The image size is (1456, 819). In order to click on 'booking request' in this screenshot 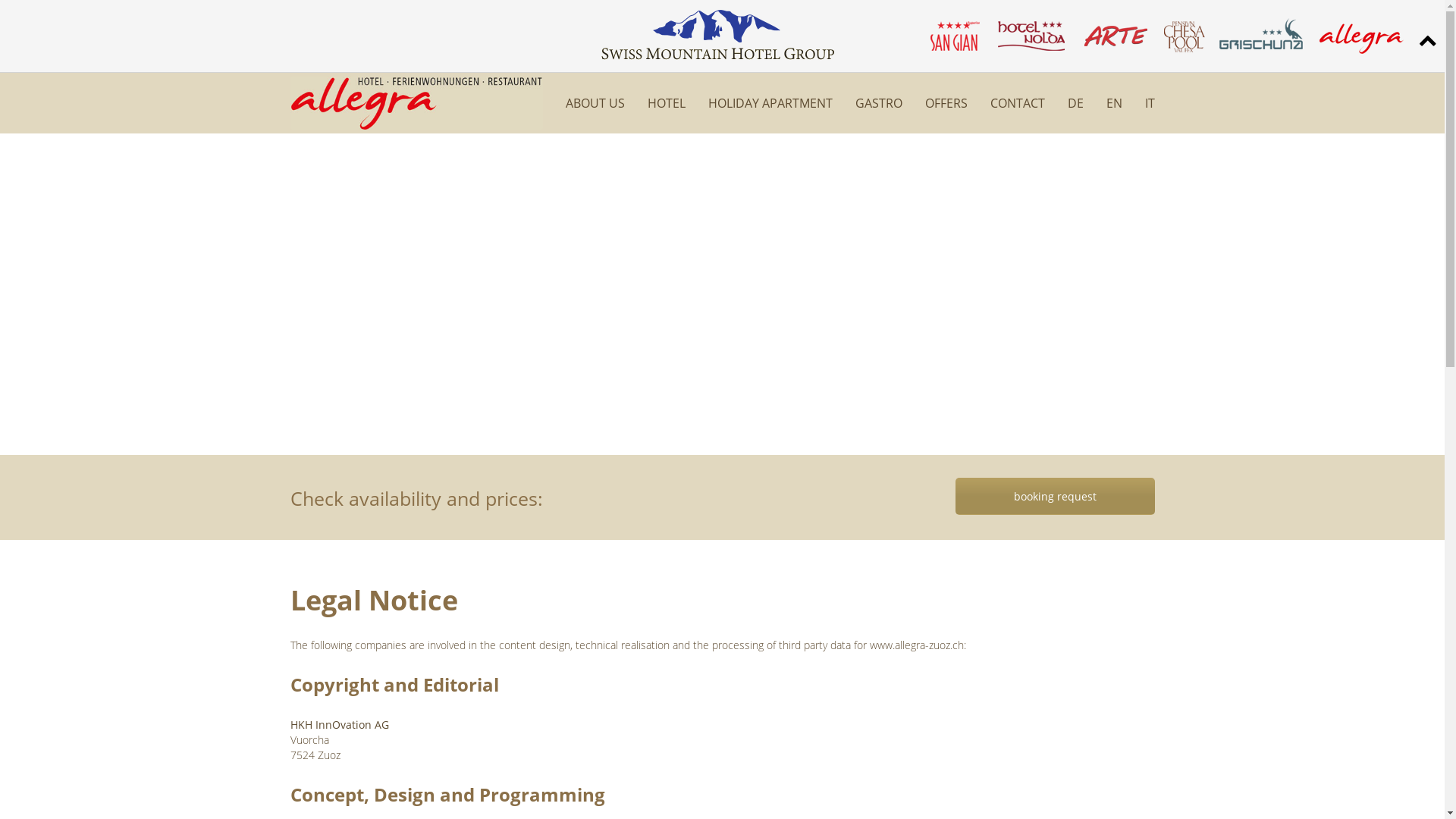, I will do `click(1054, 496)`.